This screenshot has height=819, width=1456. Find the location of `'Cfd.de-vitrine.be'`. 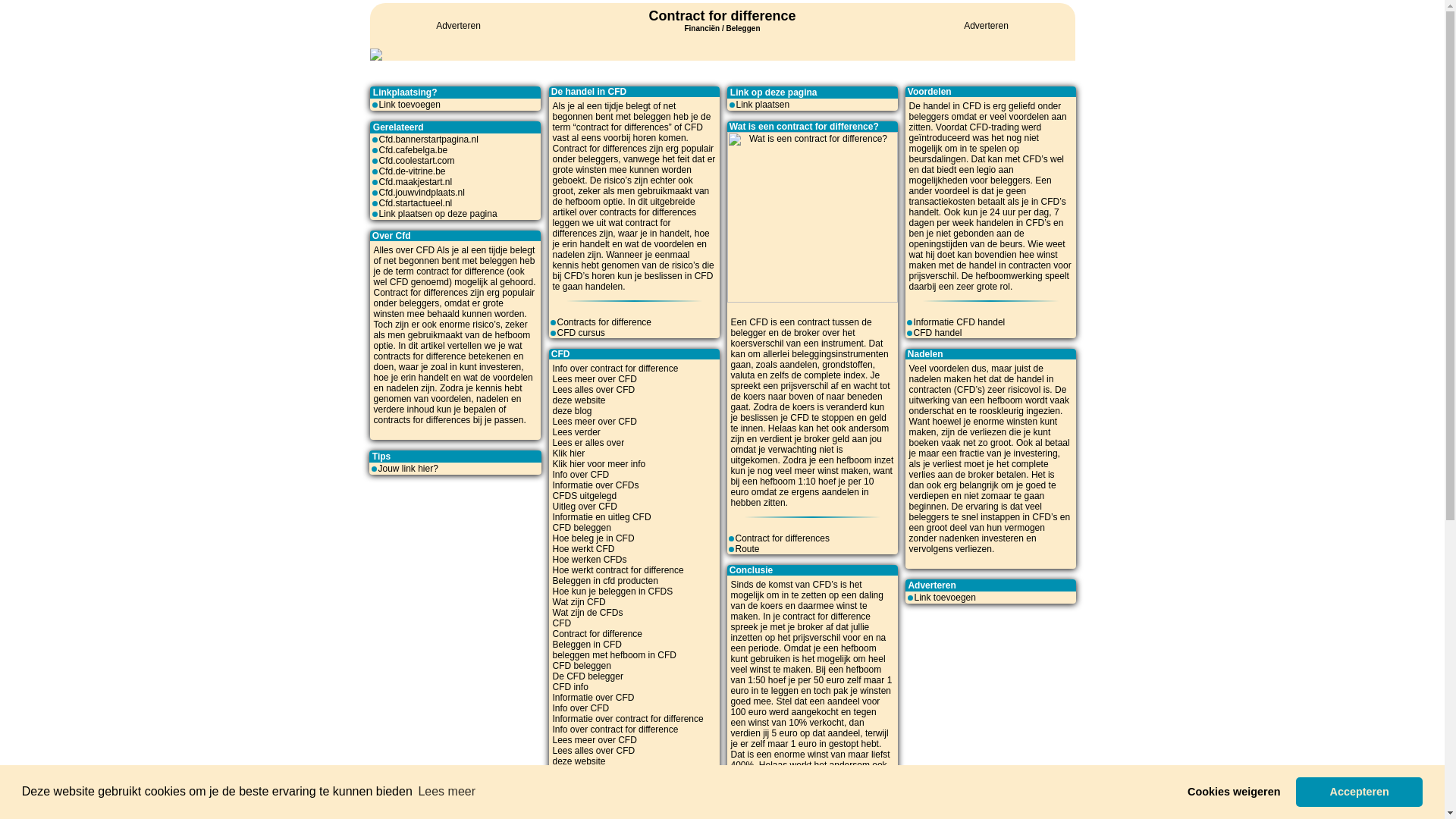

'Cfd.de-vitrine.be' is located at coordinates (412, 171).